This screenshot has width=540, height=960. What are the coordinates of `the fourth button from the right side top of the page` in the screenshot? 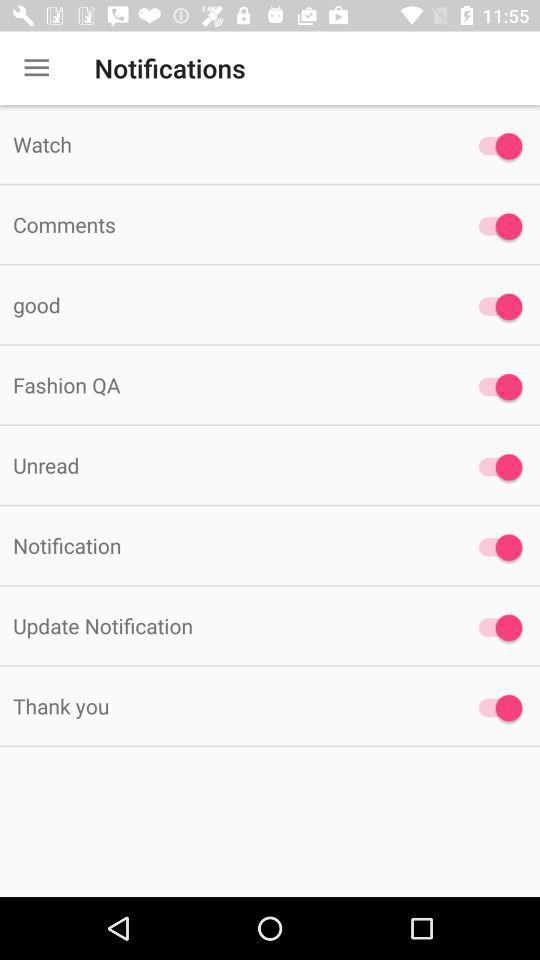 It's located at (494, 385).